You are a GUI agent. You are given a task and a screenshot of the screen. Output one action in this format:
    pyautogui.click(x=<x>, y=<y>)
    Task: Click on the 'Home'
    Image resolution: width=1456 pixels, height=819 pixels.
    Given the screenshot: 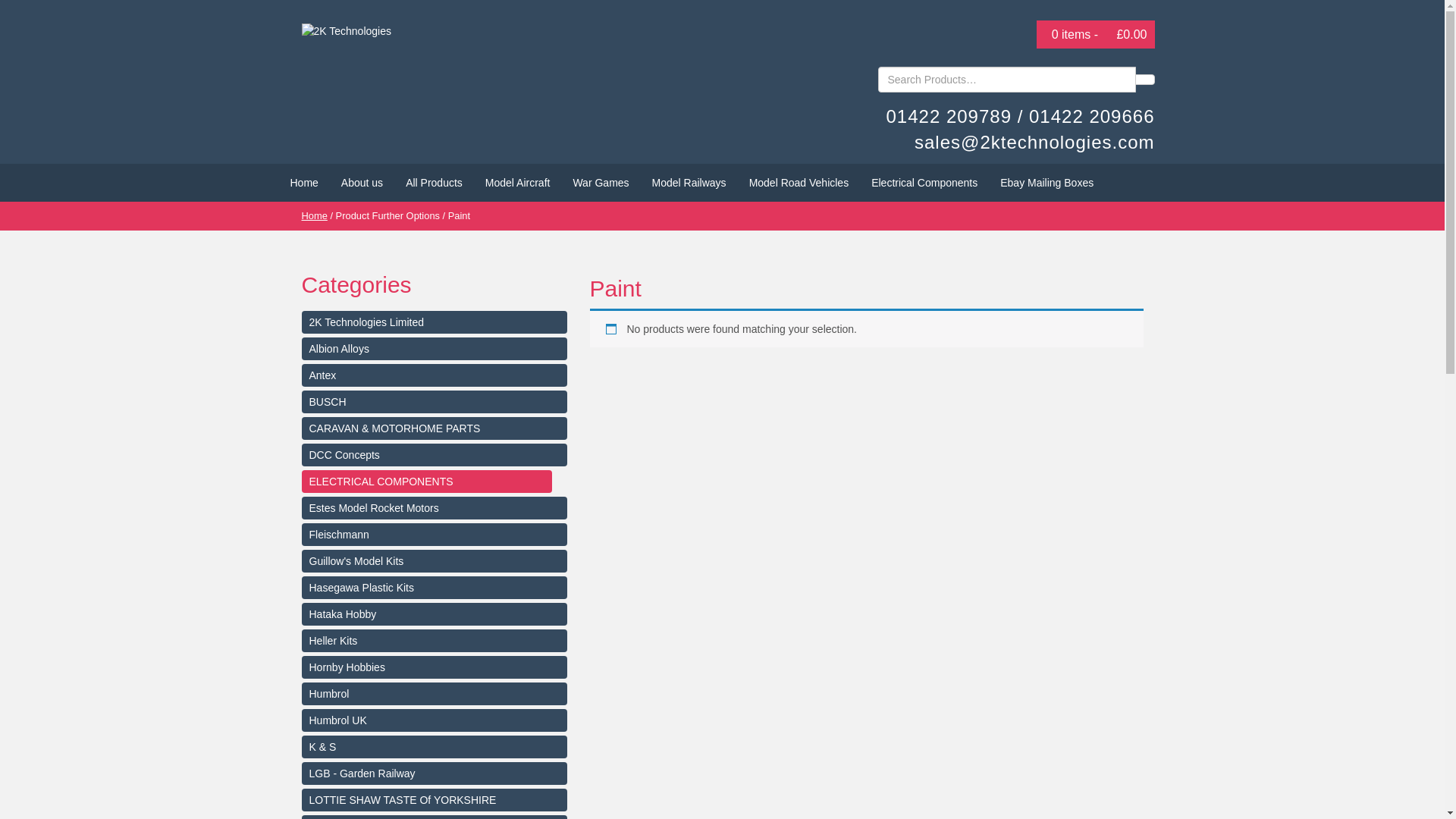 What is the action you would take?
    pyautogui.click(x=313, y=215)
    